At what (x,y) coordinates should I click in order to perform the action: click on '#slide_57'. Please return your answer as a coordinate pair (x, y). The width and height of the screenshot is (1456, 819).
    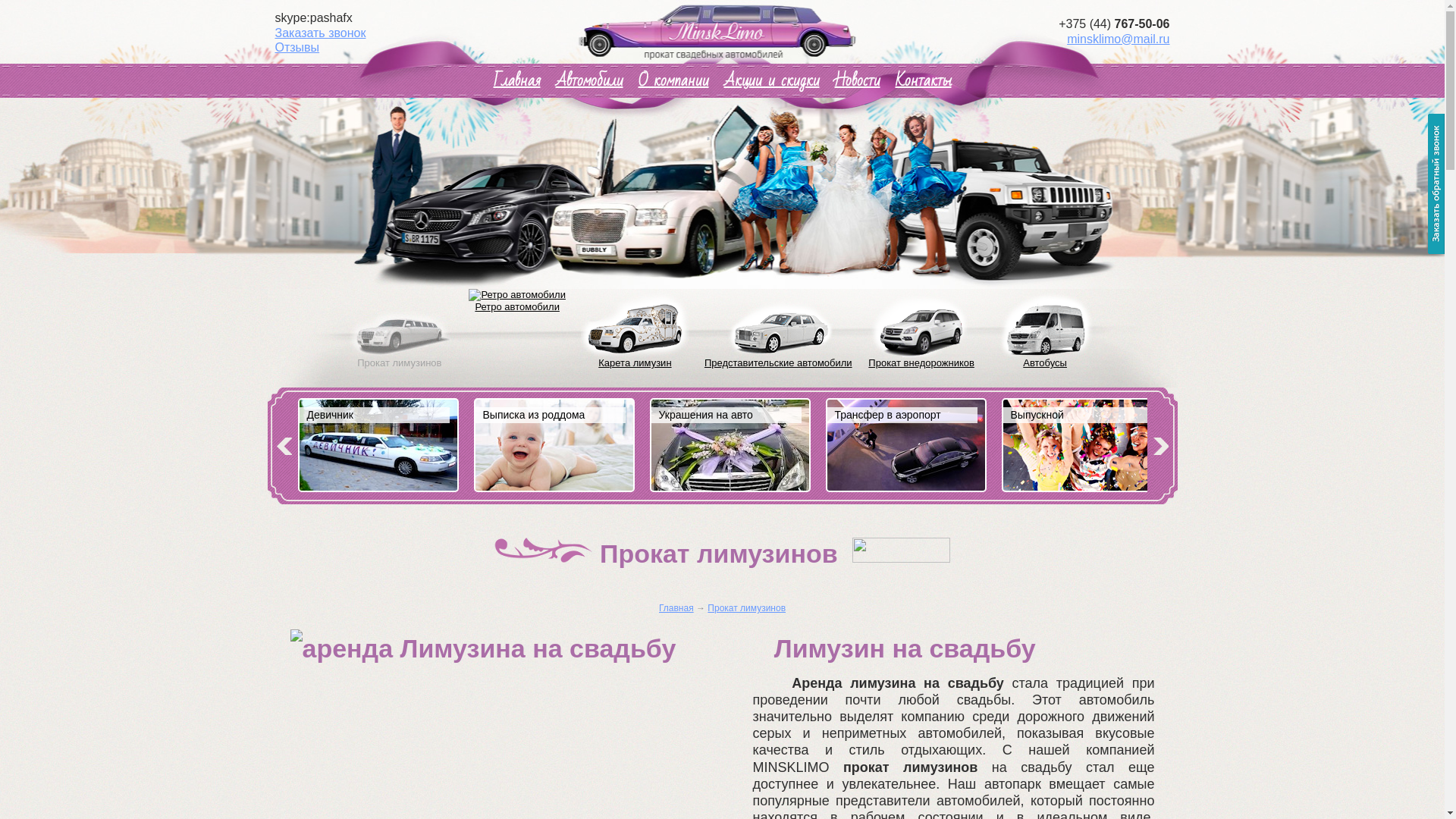
    Looking at the image, I should click on (905, 446).